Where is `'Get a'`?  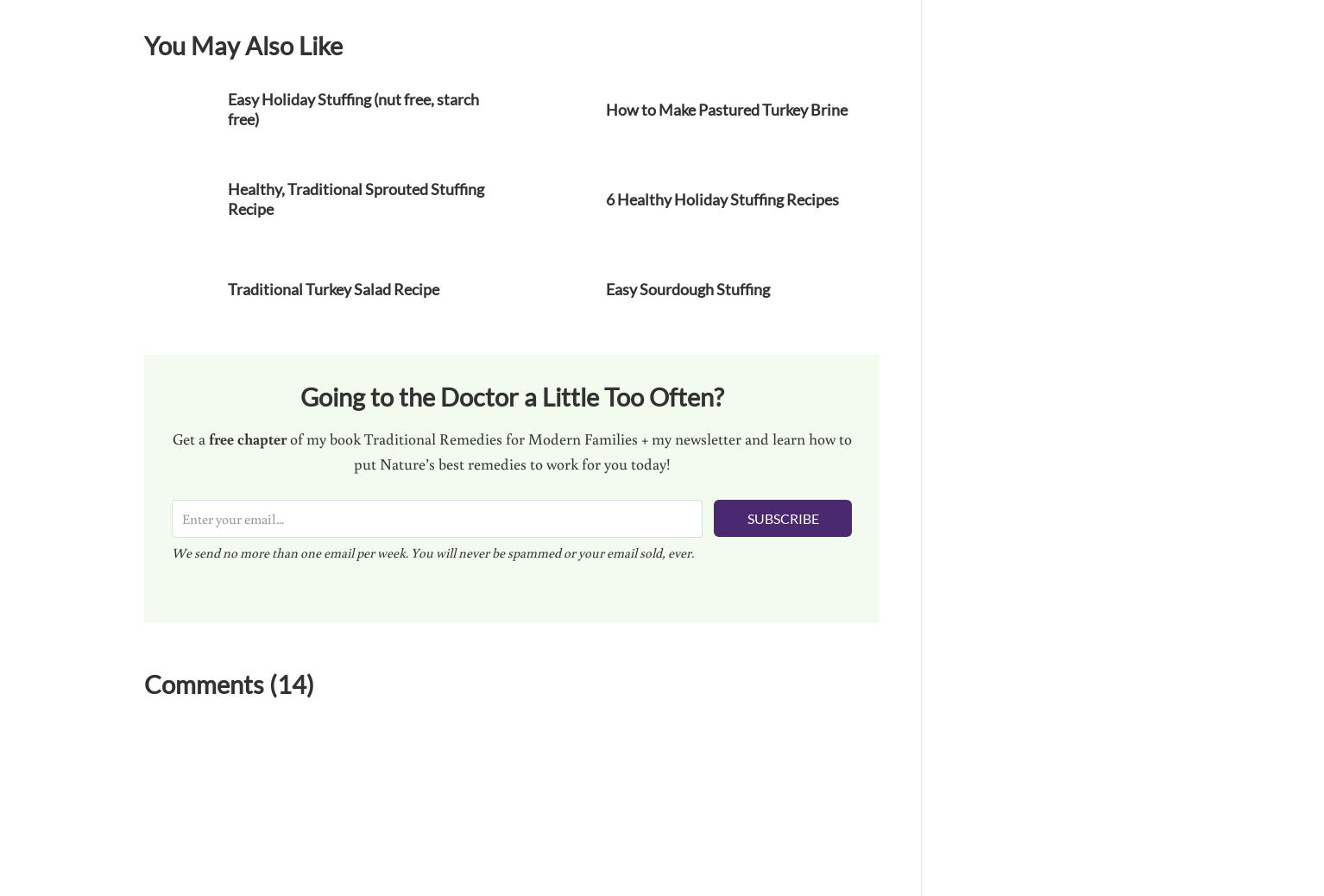
'Get a' is located at coordinates (170, 437).